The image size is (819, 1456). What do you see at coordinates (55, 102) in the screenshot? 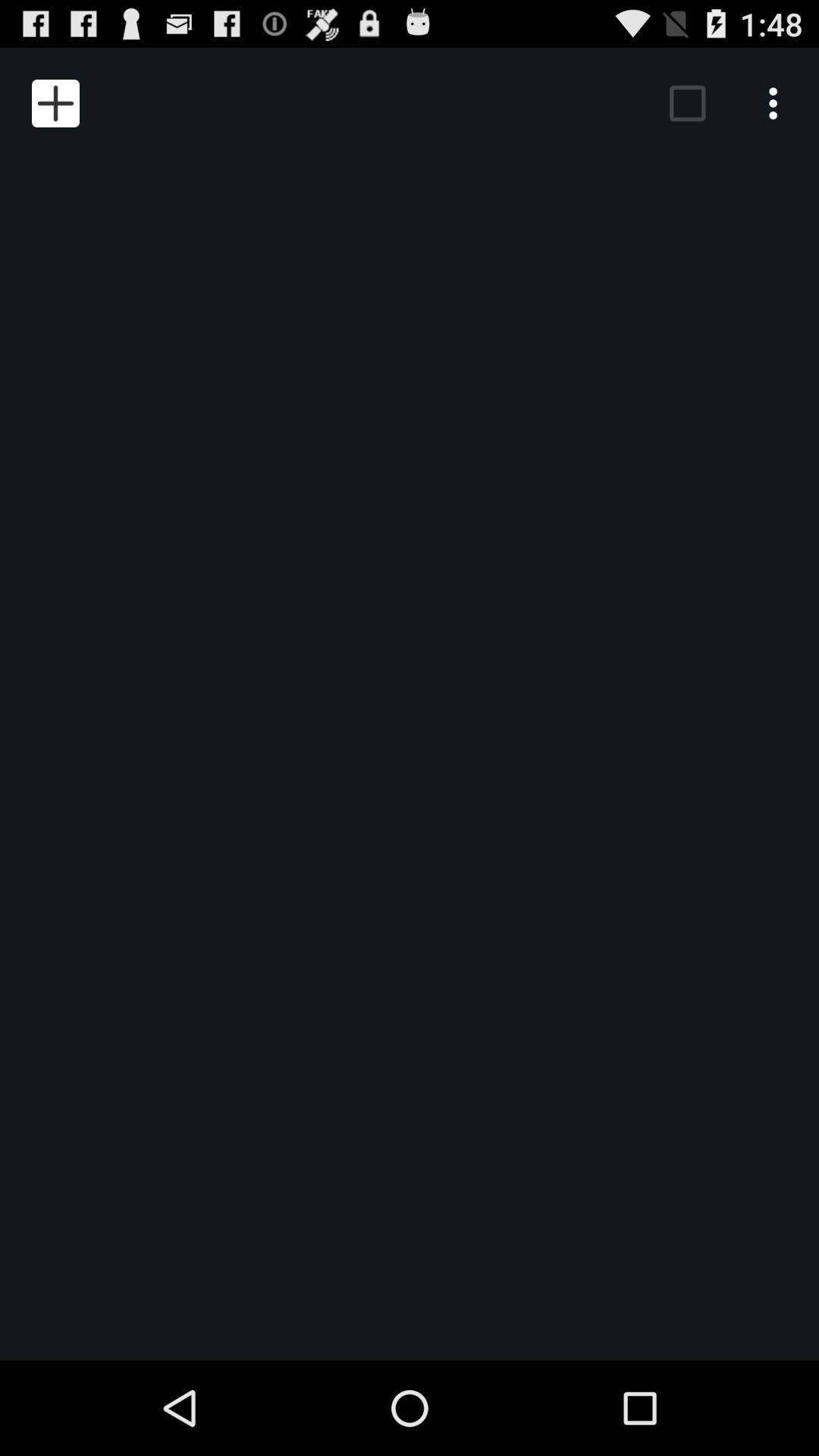
I see `item at the top left corner` at bounding box center [55, 102].